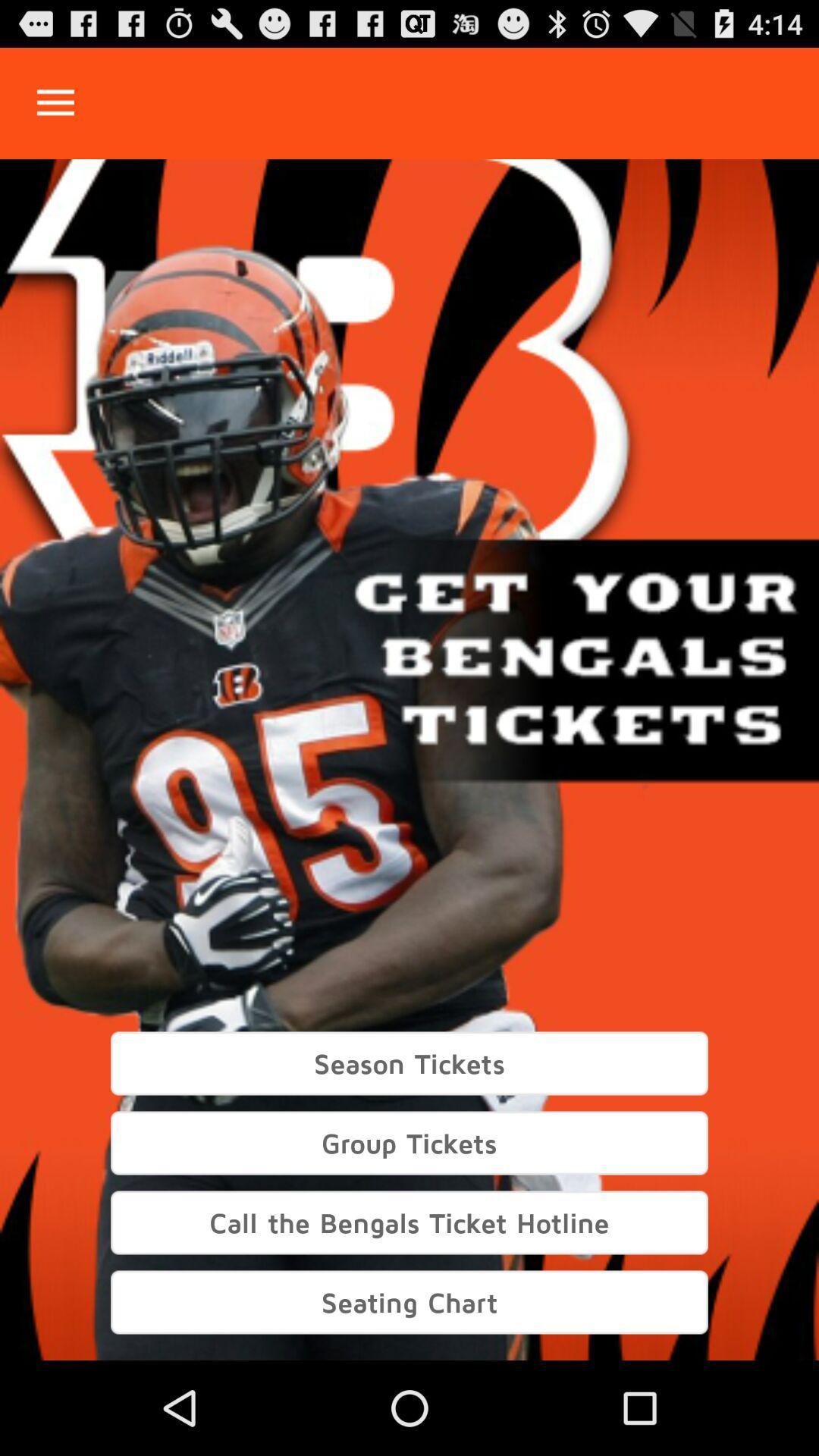 Image resolution: width=819 pixels, height=1456 pixels. Describe the element at coordinates (55, 102) in the screenshot. I see `setting` at that location.